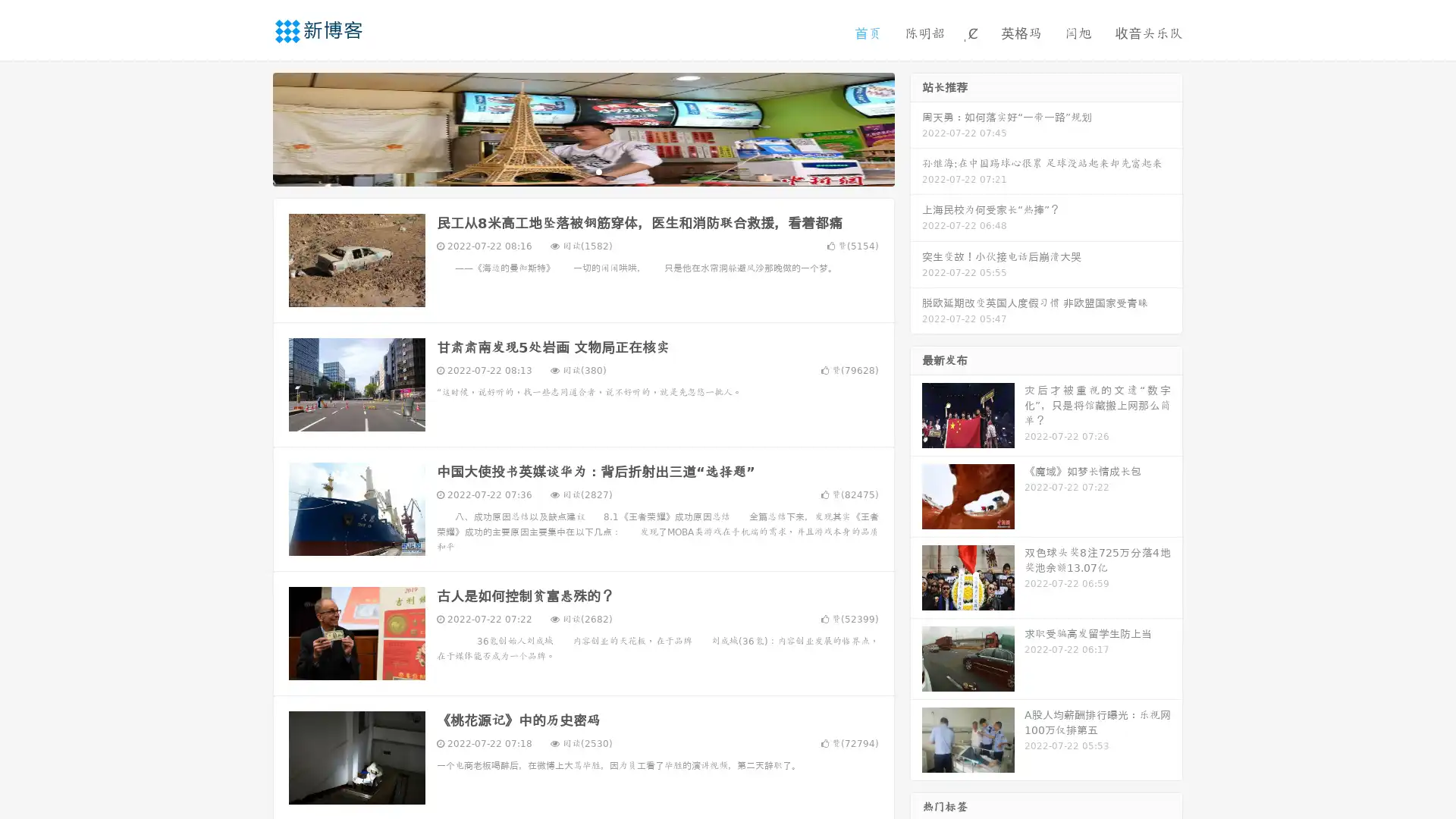  Describe the element at coordinates (598, 171) in the screenshot. I see `Go to slide 3` at that location.